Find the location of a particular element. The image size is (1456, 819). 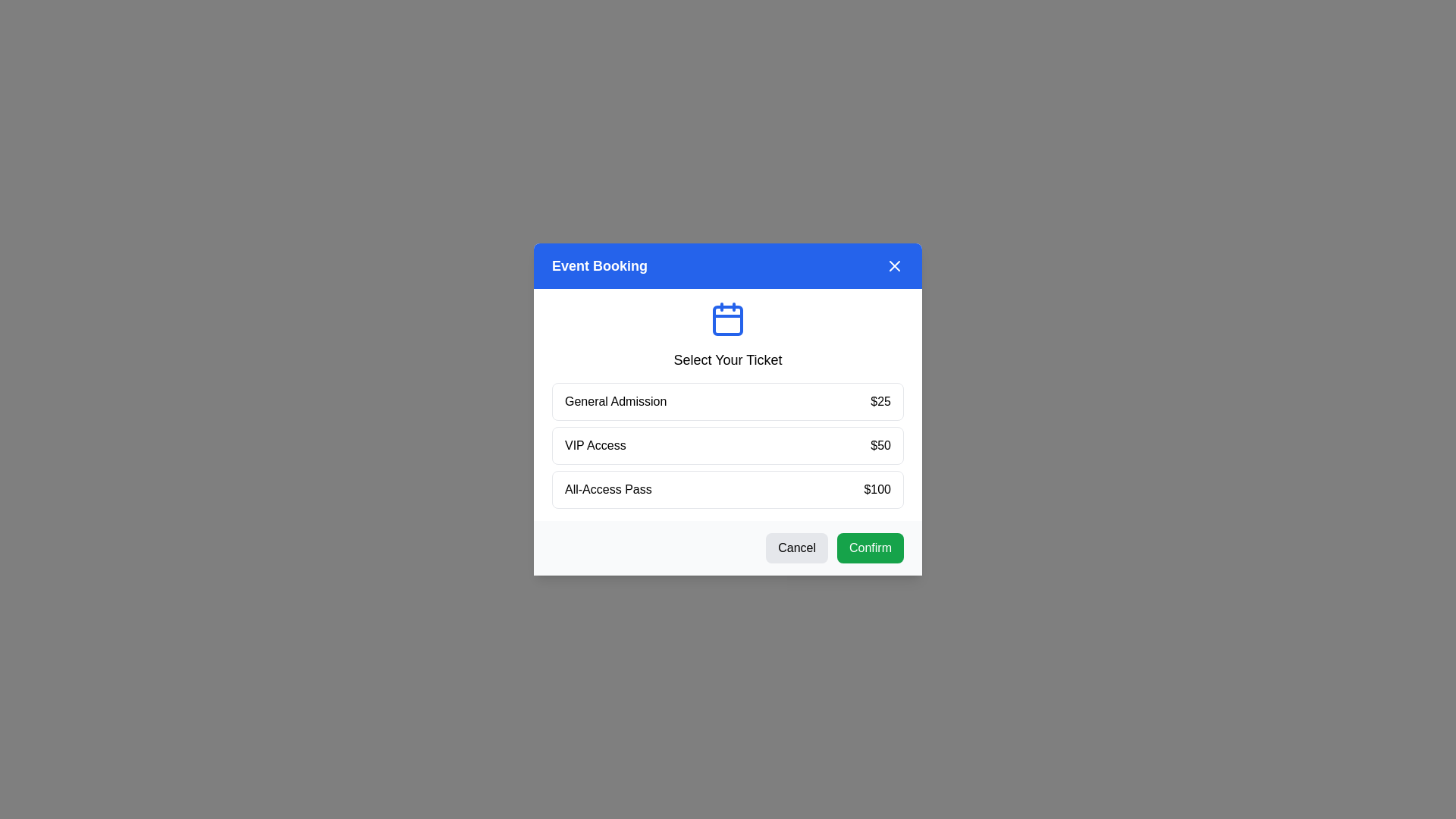

the second selectable list item labeled 'VIP Access ticket' to choose it for the event, located below 'General Admission' and above 'All-Access Pass' is located at coordinates (728, 444).